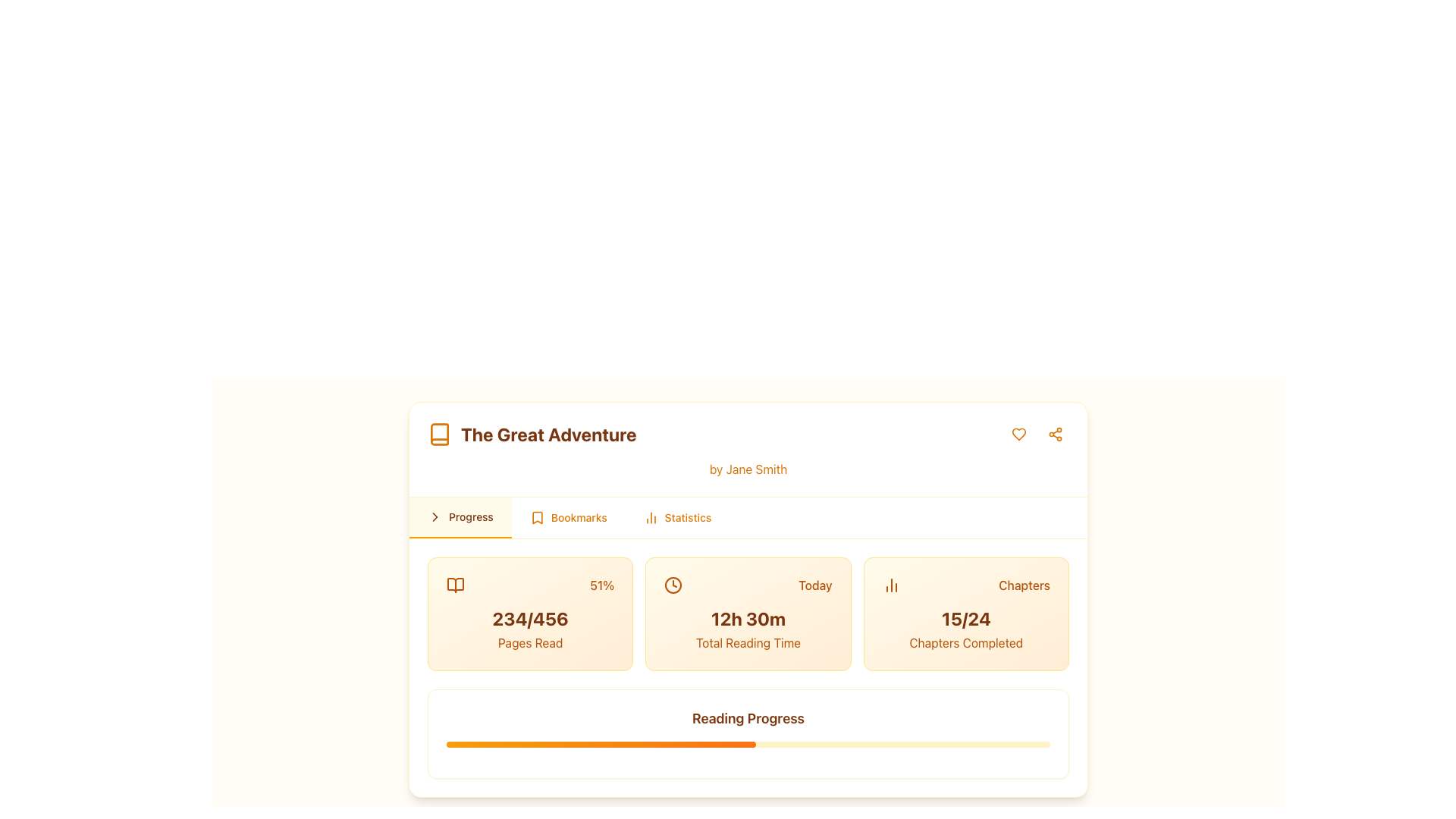  Describe the element at coordinates (748, 619) in the screenshot. I see `the Text Label that displays the total reading time for the day, positioned centrally in the middle block of a three-column layout, framed by 'Today' above and 'Total Reading Time' below` at that location.